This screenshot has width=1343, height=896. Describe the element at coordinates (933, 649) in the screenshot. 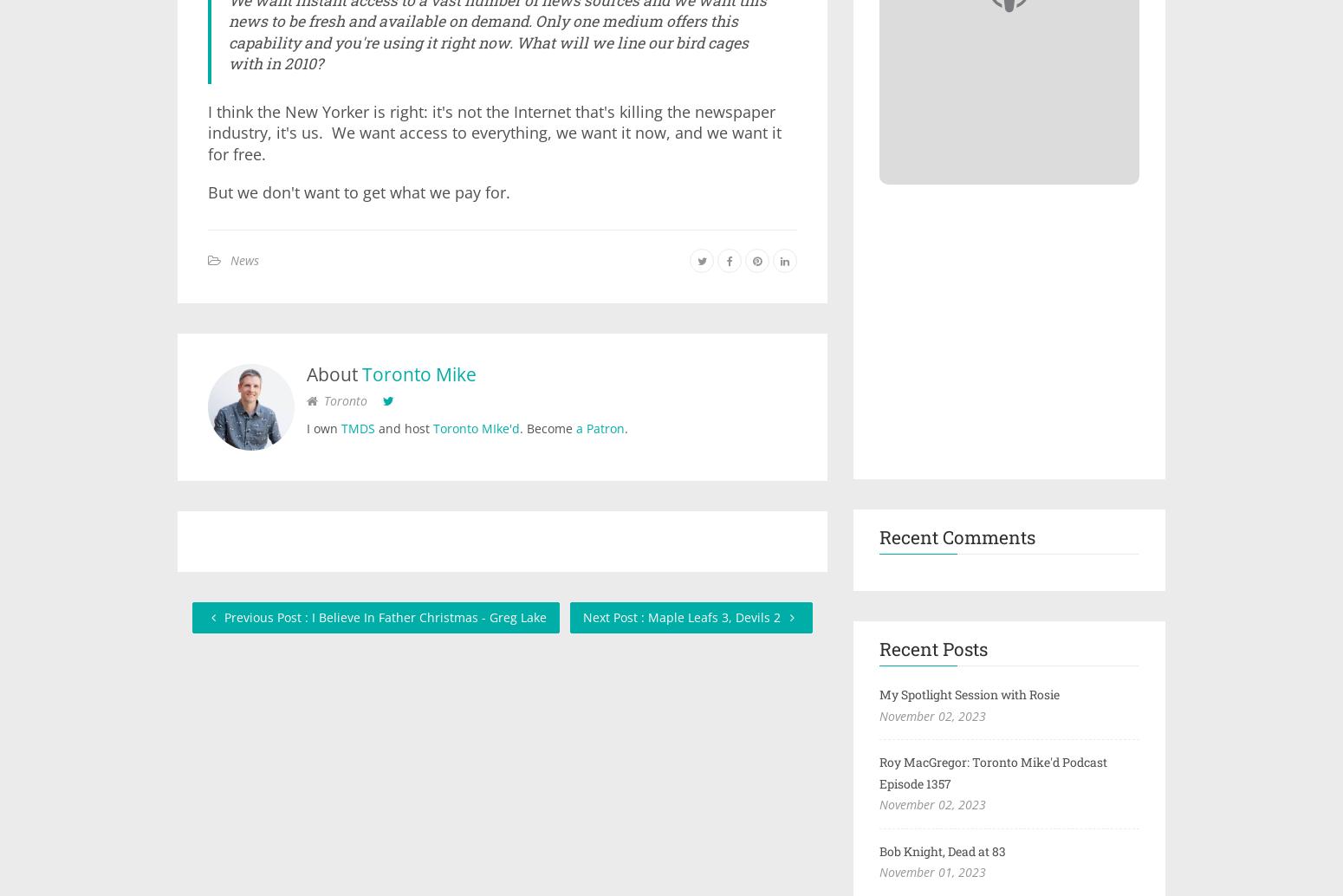

I see `'Recent Posts'` at that location.